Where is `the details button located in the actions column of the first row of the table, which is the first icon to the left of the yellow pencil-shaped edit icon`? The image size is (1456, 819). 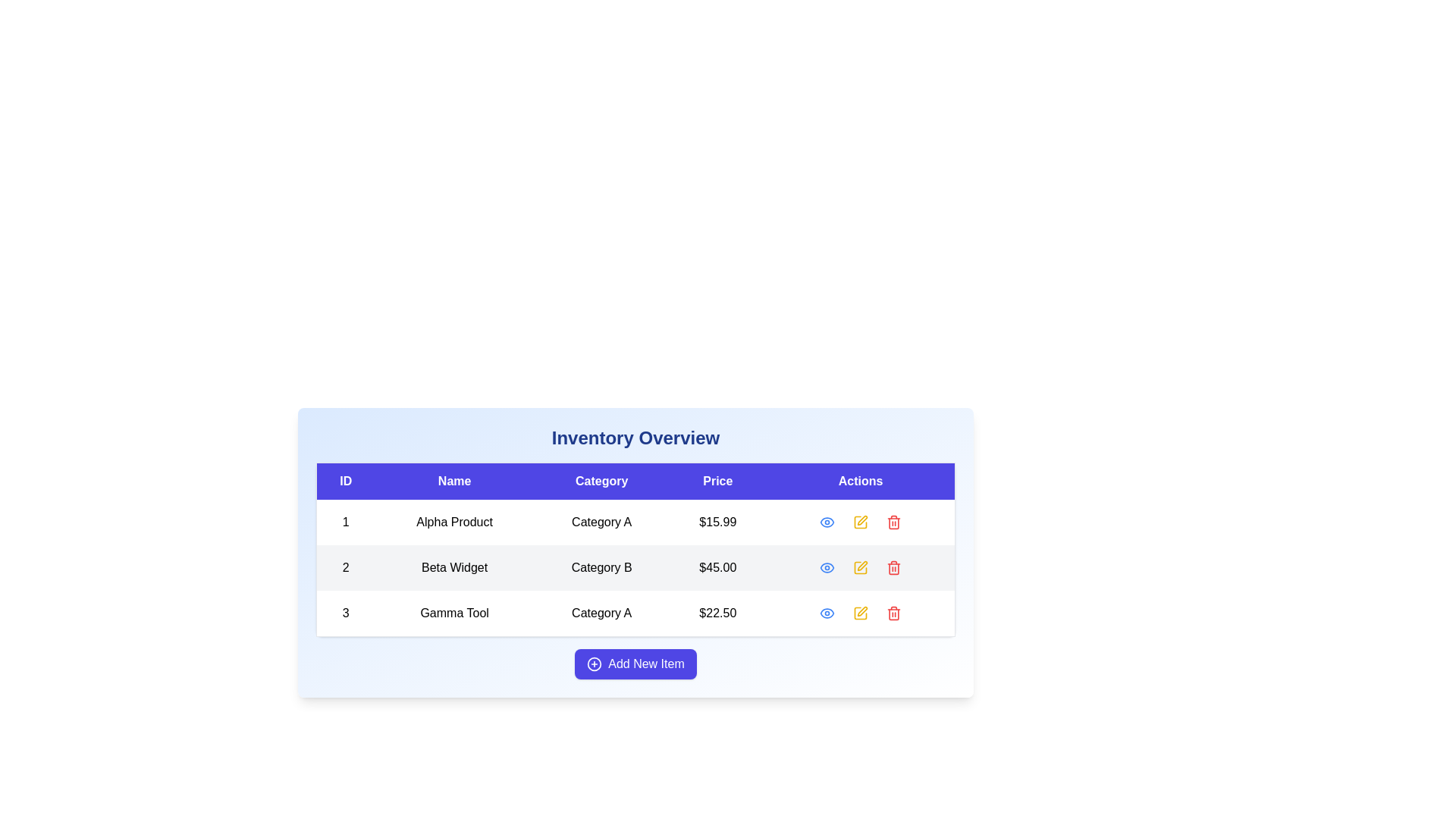 the details button located in the actions column of the first row of the table, which is the first icon to the left of the yellow pencil-shaped edit icon is located at coordinates (826, 522).